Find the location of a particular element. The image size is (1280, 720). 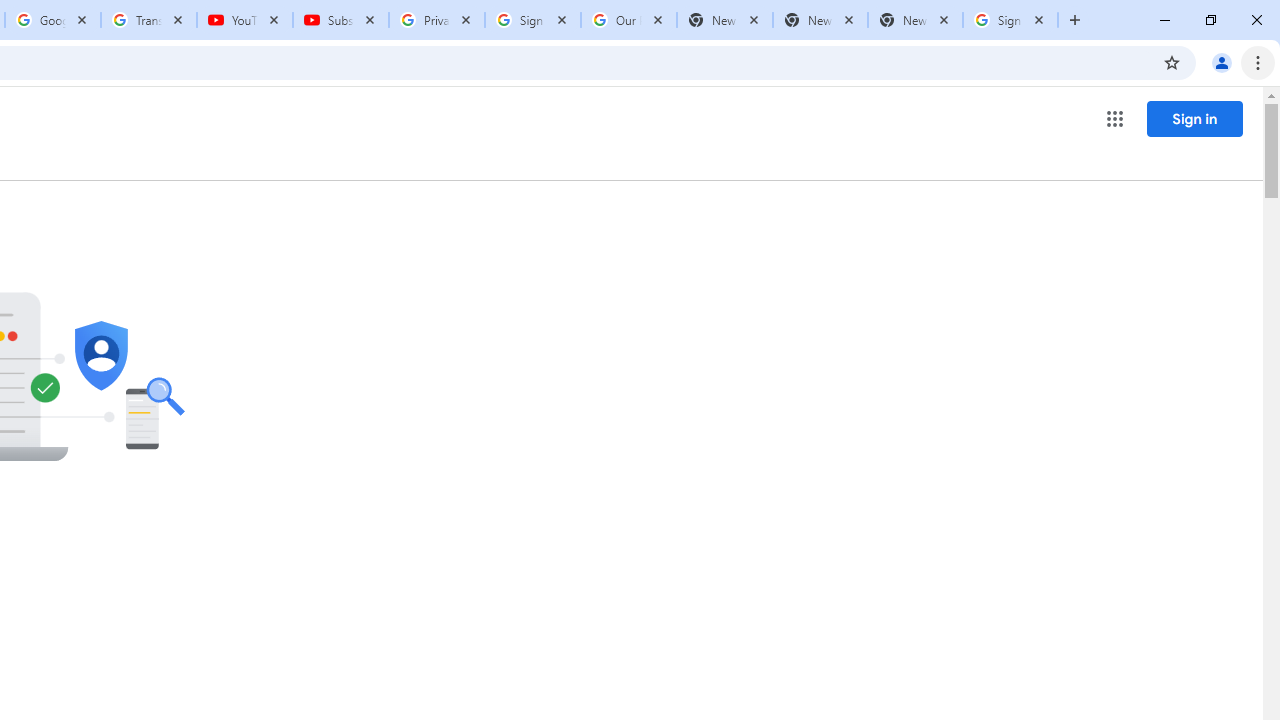

'Bookmark this tab' is located at coordinates (1171, 61).